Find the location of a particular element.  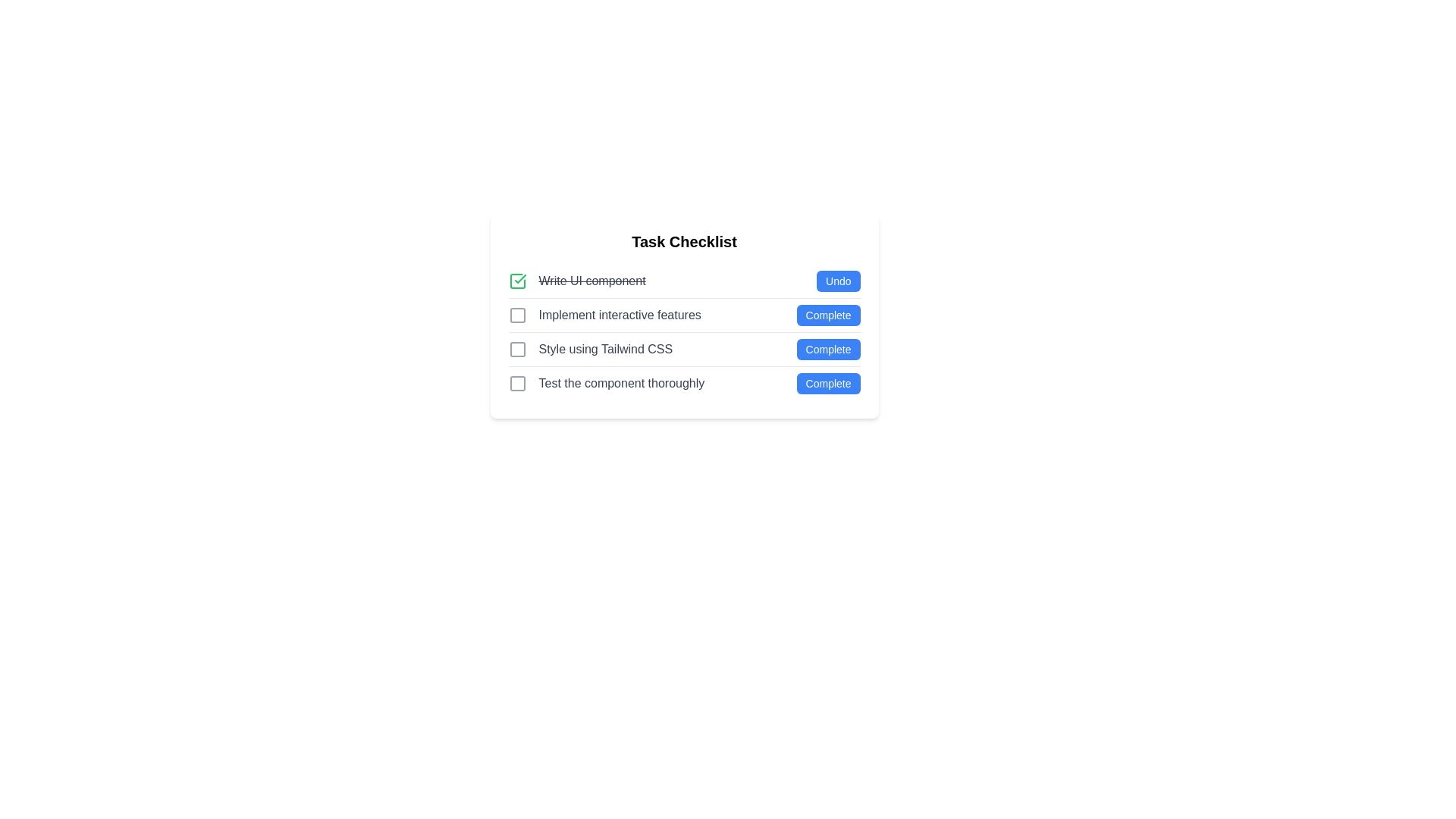

the first icon in the checklist that indicates the completed status of the 'Write UI component' task is located at coordinates (517, 281).